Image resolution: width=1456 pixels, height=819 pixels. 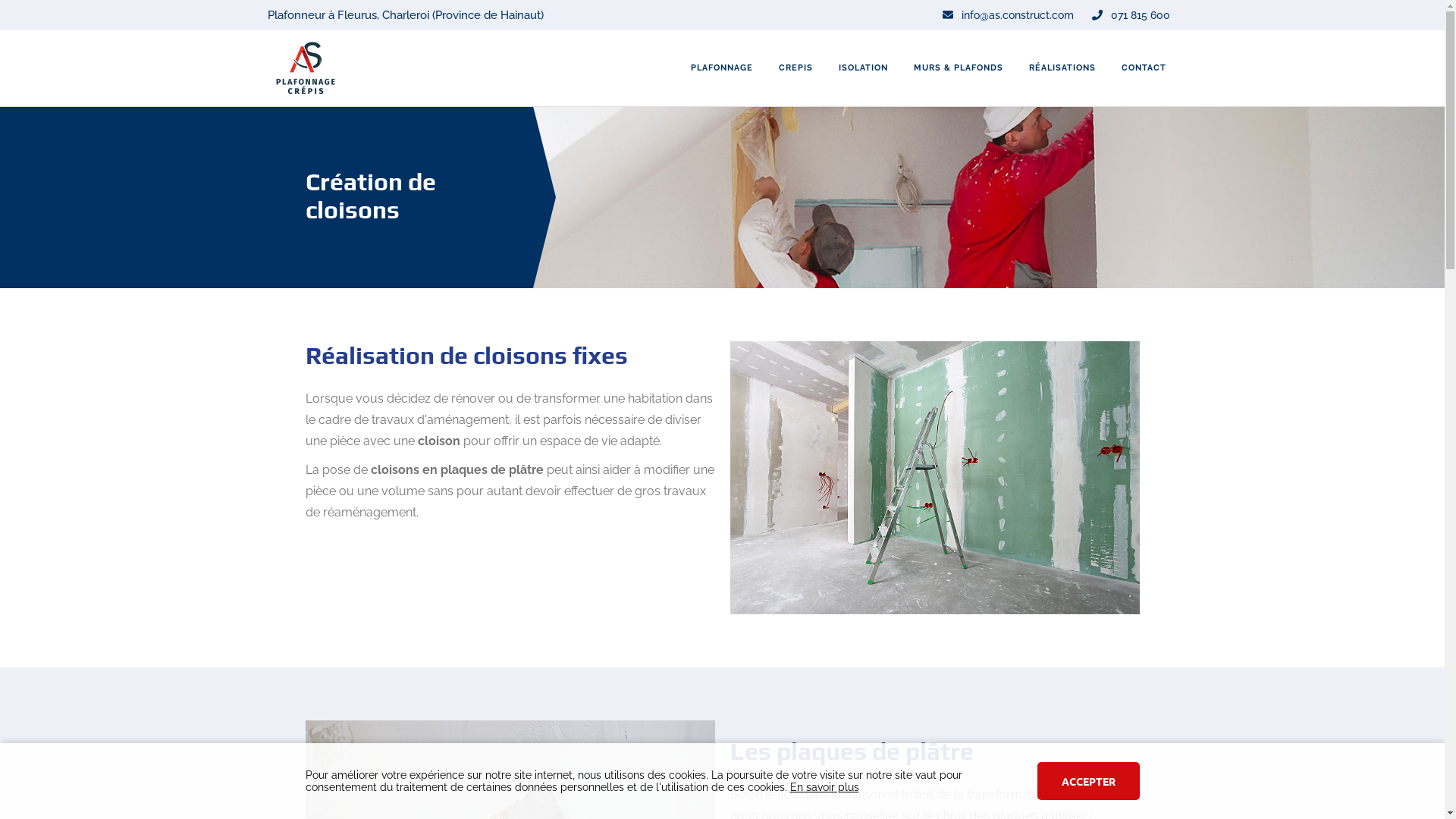 What do you see at coordinates (1131, 14) in the screenshot?
I see `'071 815 600'` at bounding box center [1131, 14].